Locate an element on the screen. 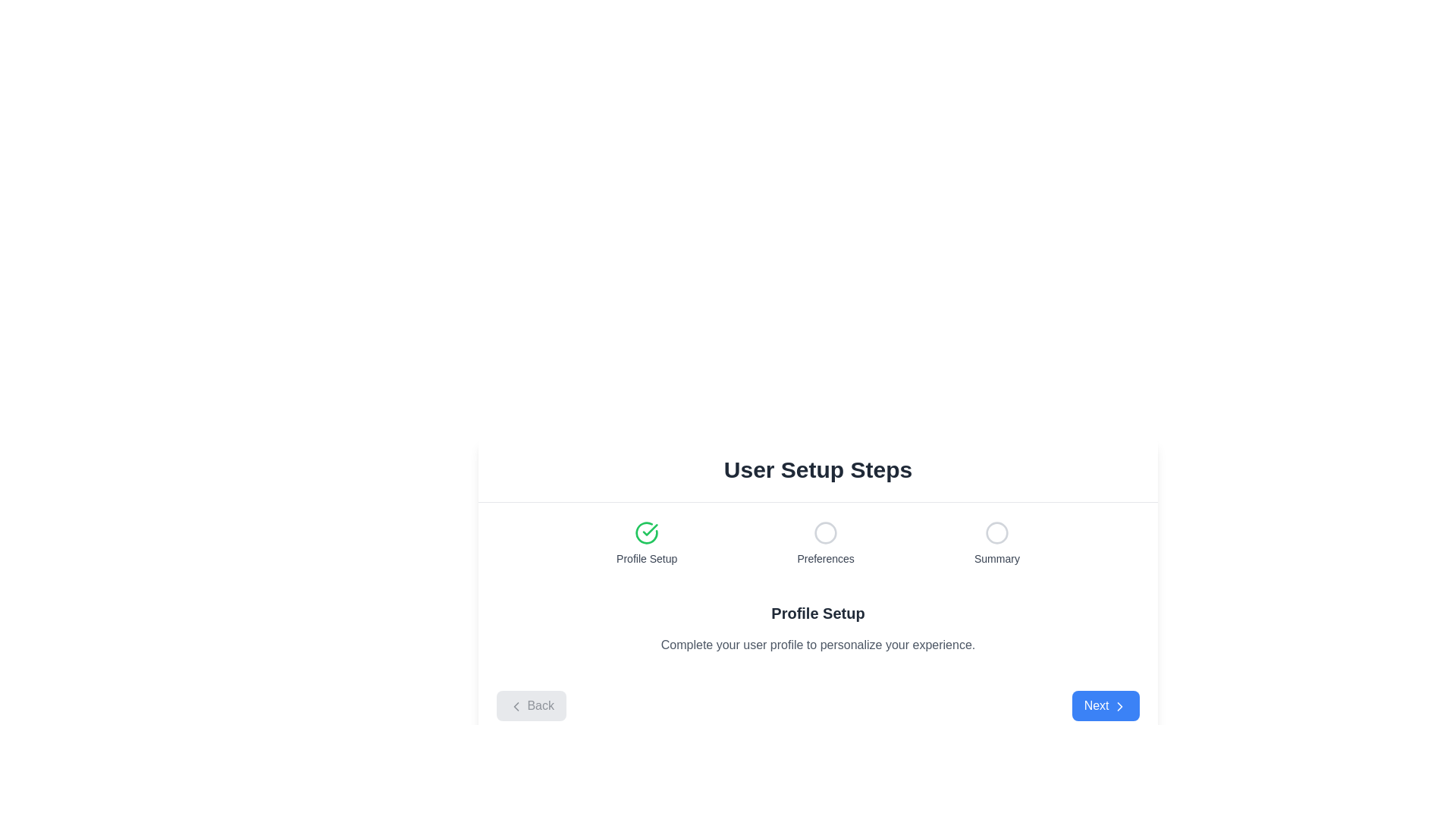 This screenshot has width=1456, height=819. the centered text title 'User Setup Steps', which is a bold and large heading positioned at the top of the panel in the user setup flow is located at coordinates (817, 469).